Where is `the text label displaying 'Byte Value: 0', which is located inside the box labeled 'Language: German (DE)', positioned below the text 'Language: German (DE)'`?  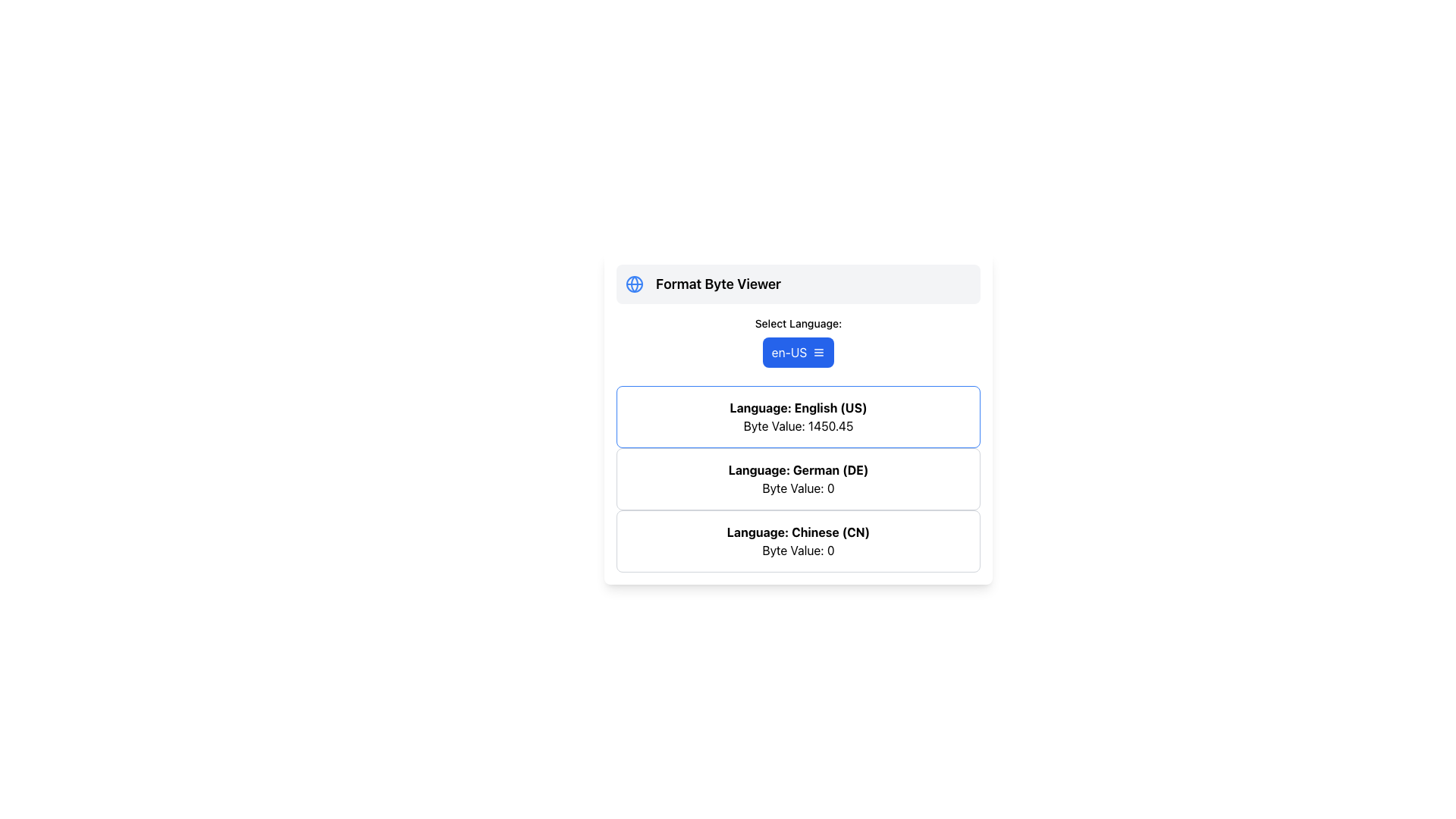 the text label displaying 'Byte Value: 0', which is located inside the box labeled 'Language: German (DE)', positioned below the text 'Language: German (DE)' is located at coordinates (797, 488).